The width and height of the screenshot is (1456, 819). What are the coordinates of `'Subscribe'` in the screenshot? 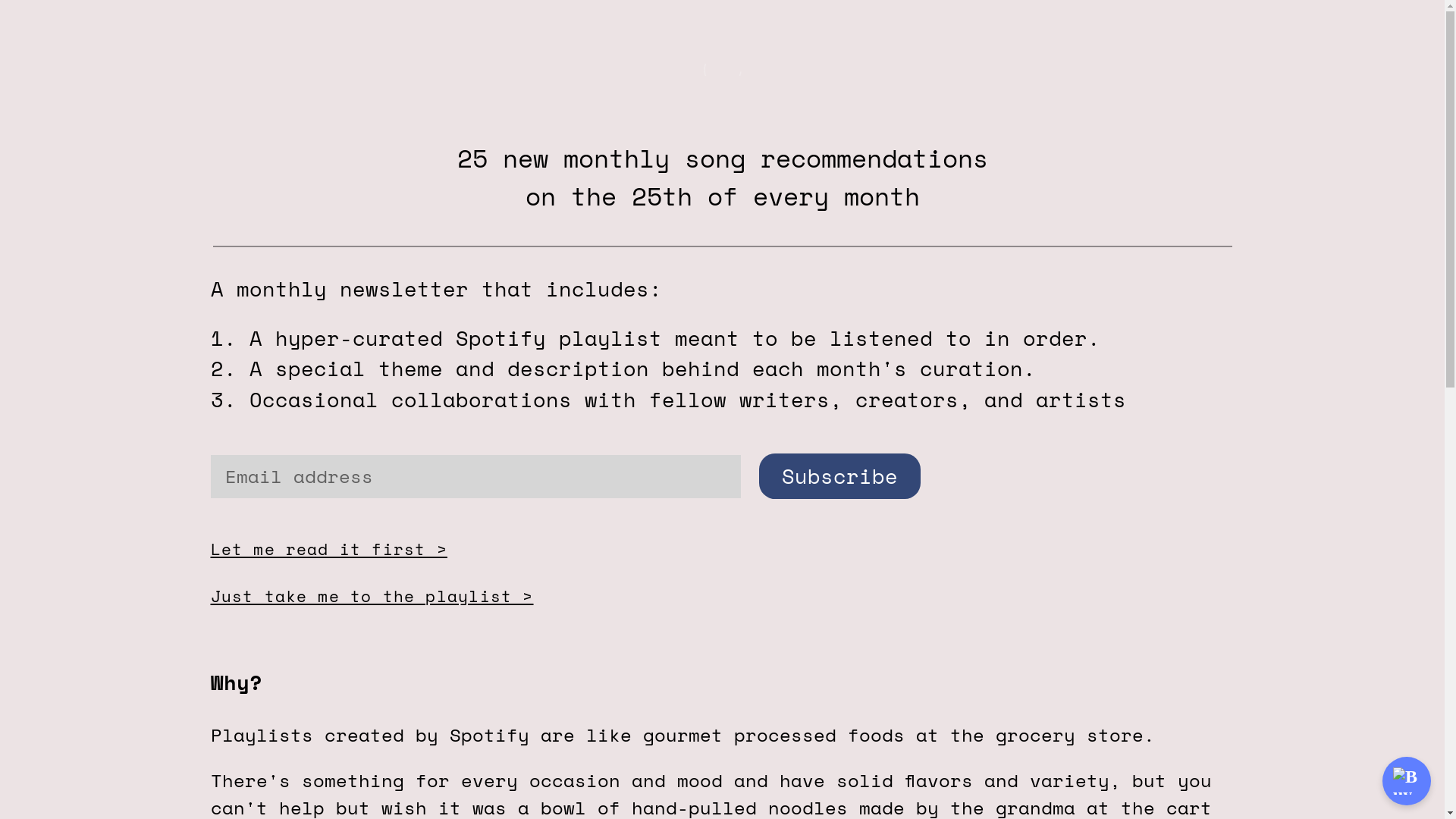 It's located at (838, 475).